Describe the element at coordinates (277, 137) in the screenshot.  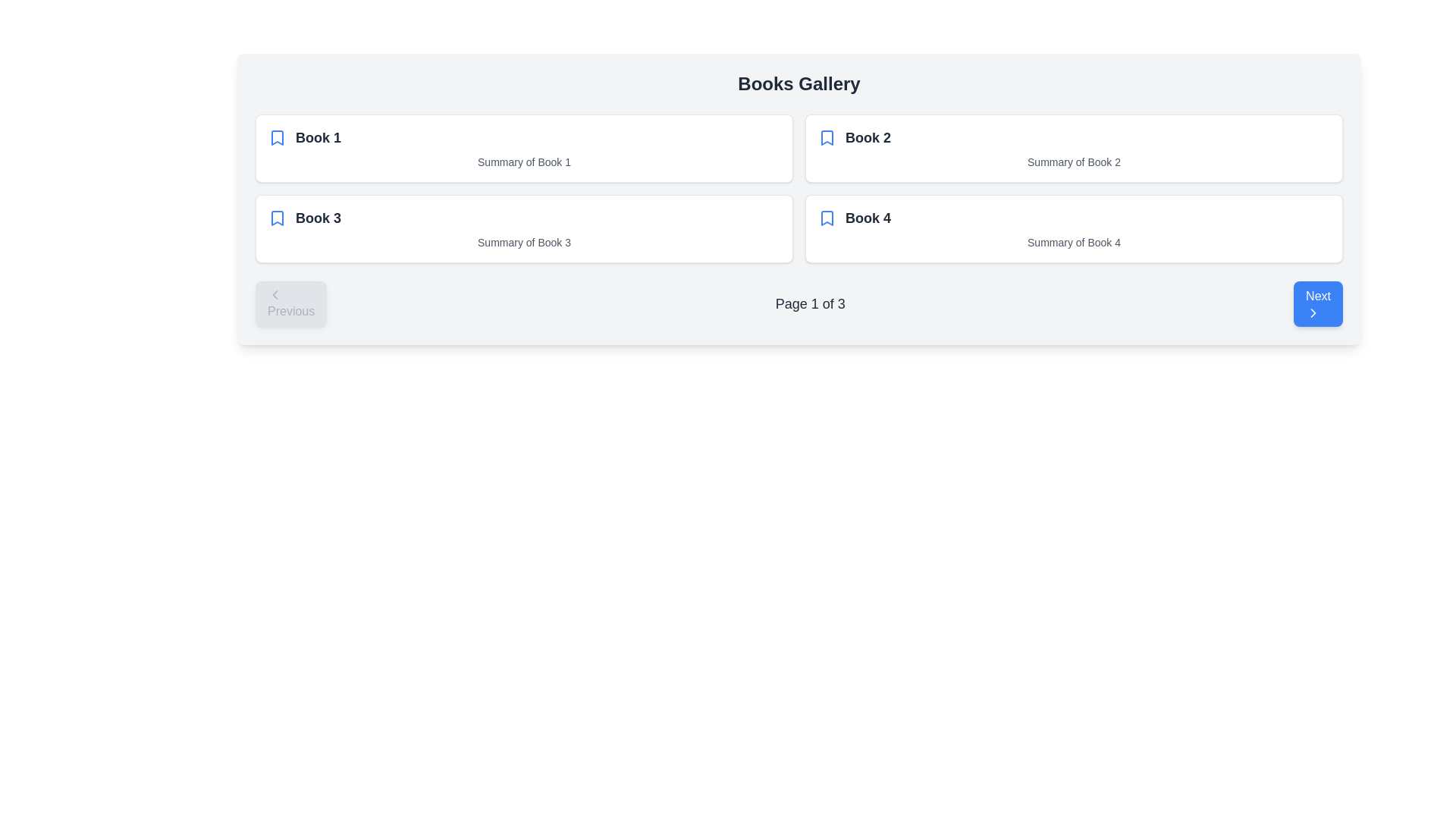
I see `the bookmark icon representing 'Book 1' in the 'Books Gallery'` at that location.